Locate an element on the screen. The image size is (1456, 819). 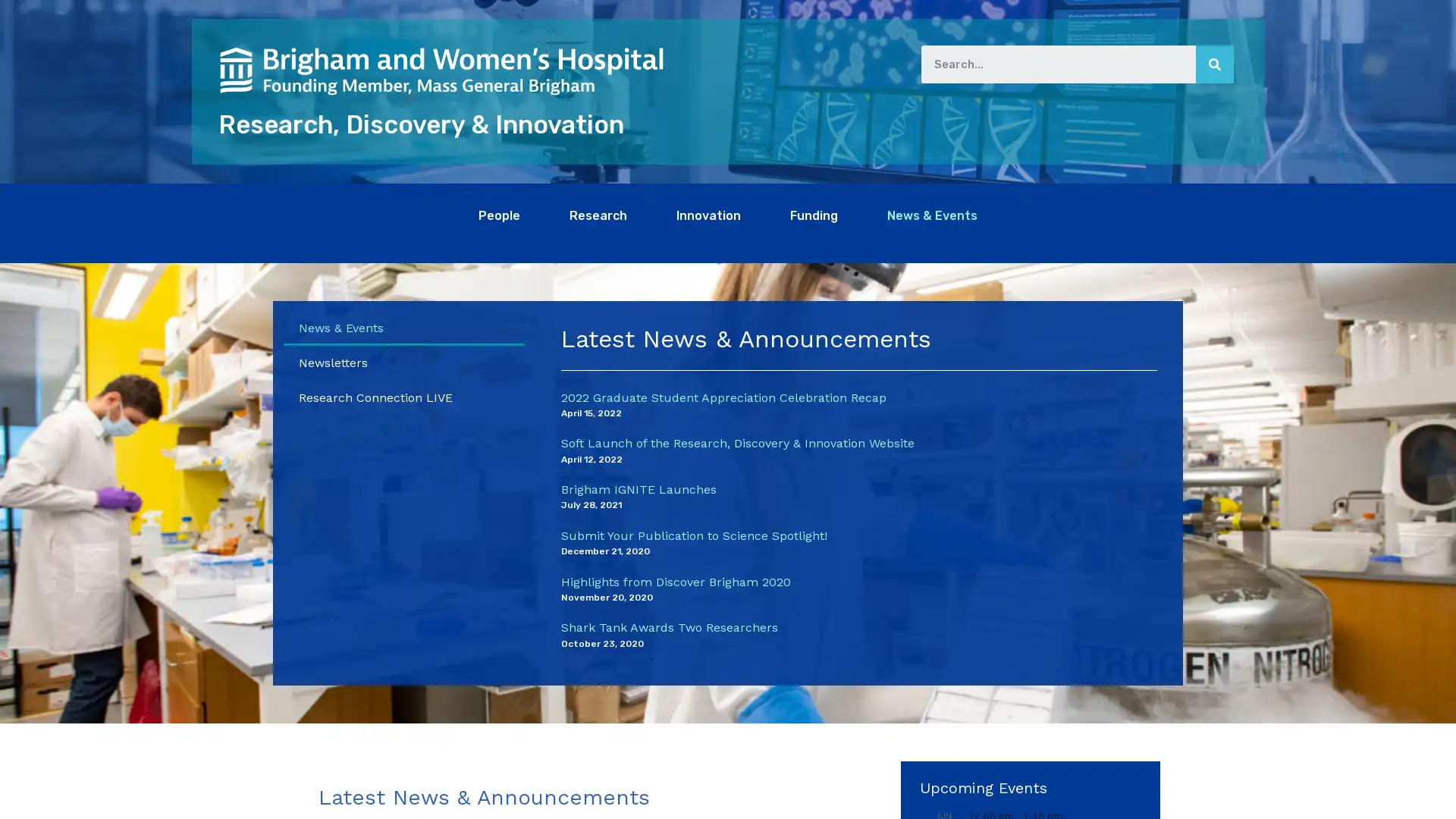
Search is located at coordinates (1214, 63).